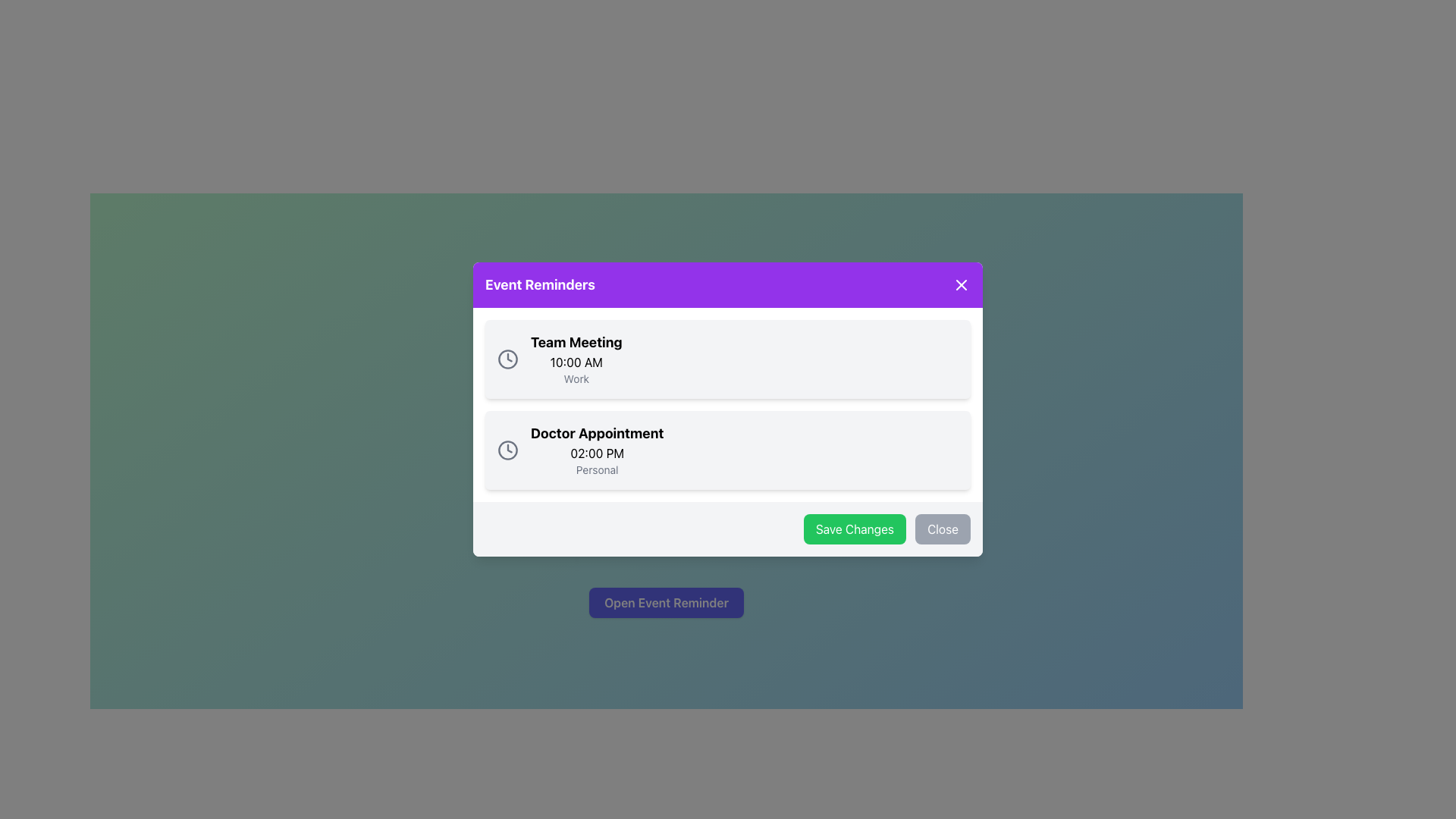 The width and height of the screenshot is (1456, 819). What do you see at coordinates (942, 529) in the screenshot?
I see `the 'Close' button, which is a rounded rectangle with a gray background, located at the bottom-right corner of the modal interface` at bounding box center [942, 529].